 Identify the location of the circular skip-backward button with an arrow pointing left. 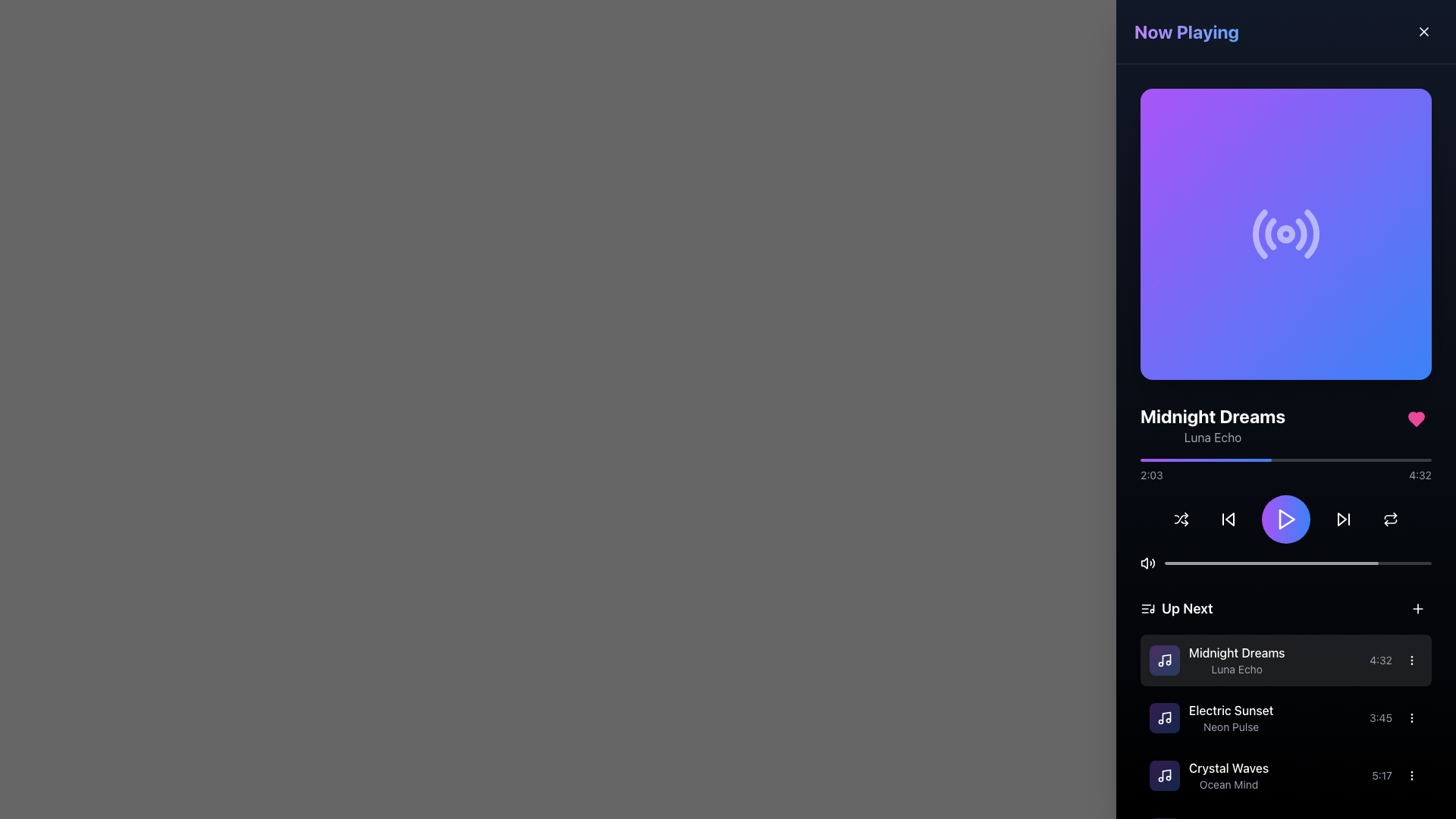
(1228, 519).